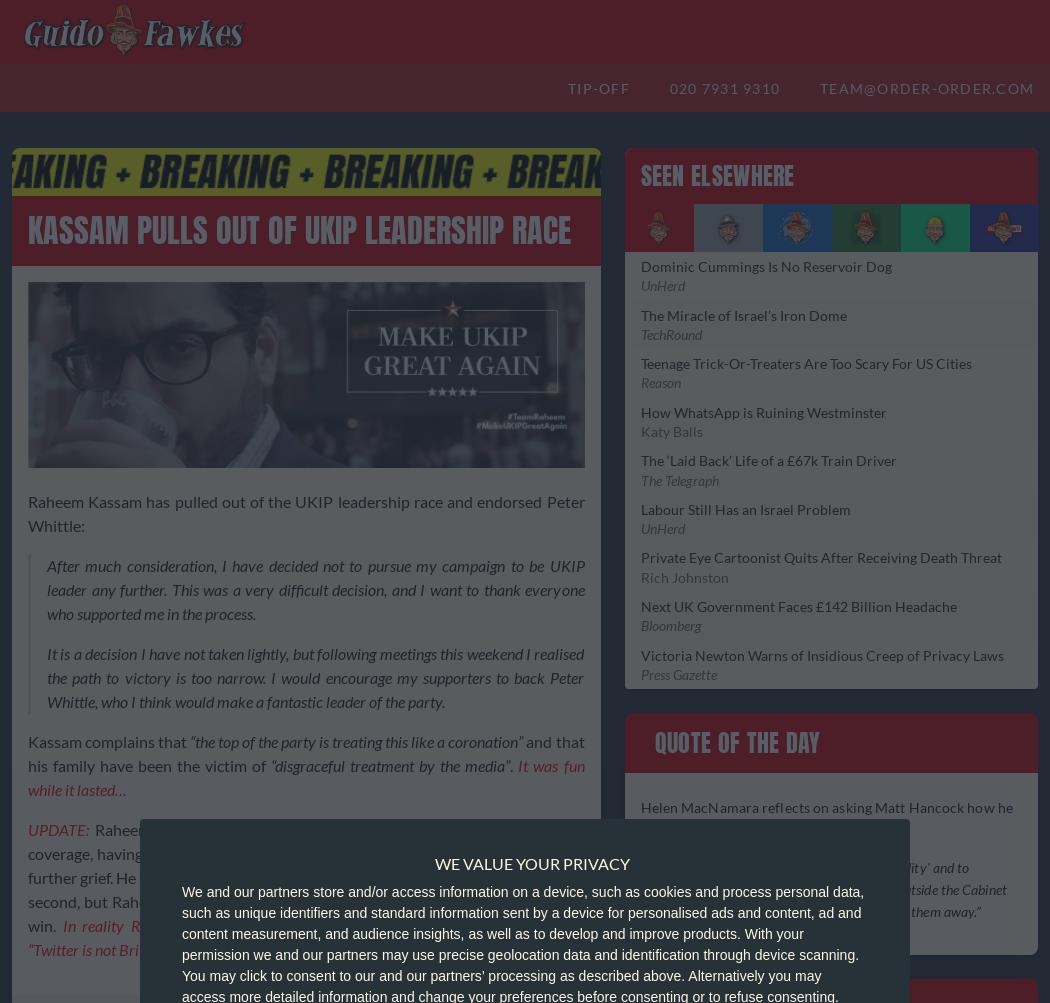  Describe the element at coordinates (683, 575) in the screenshot. I see `'Rich Johnston'` at that location.